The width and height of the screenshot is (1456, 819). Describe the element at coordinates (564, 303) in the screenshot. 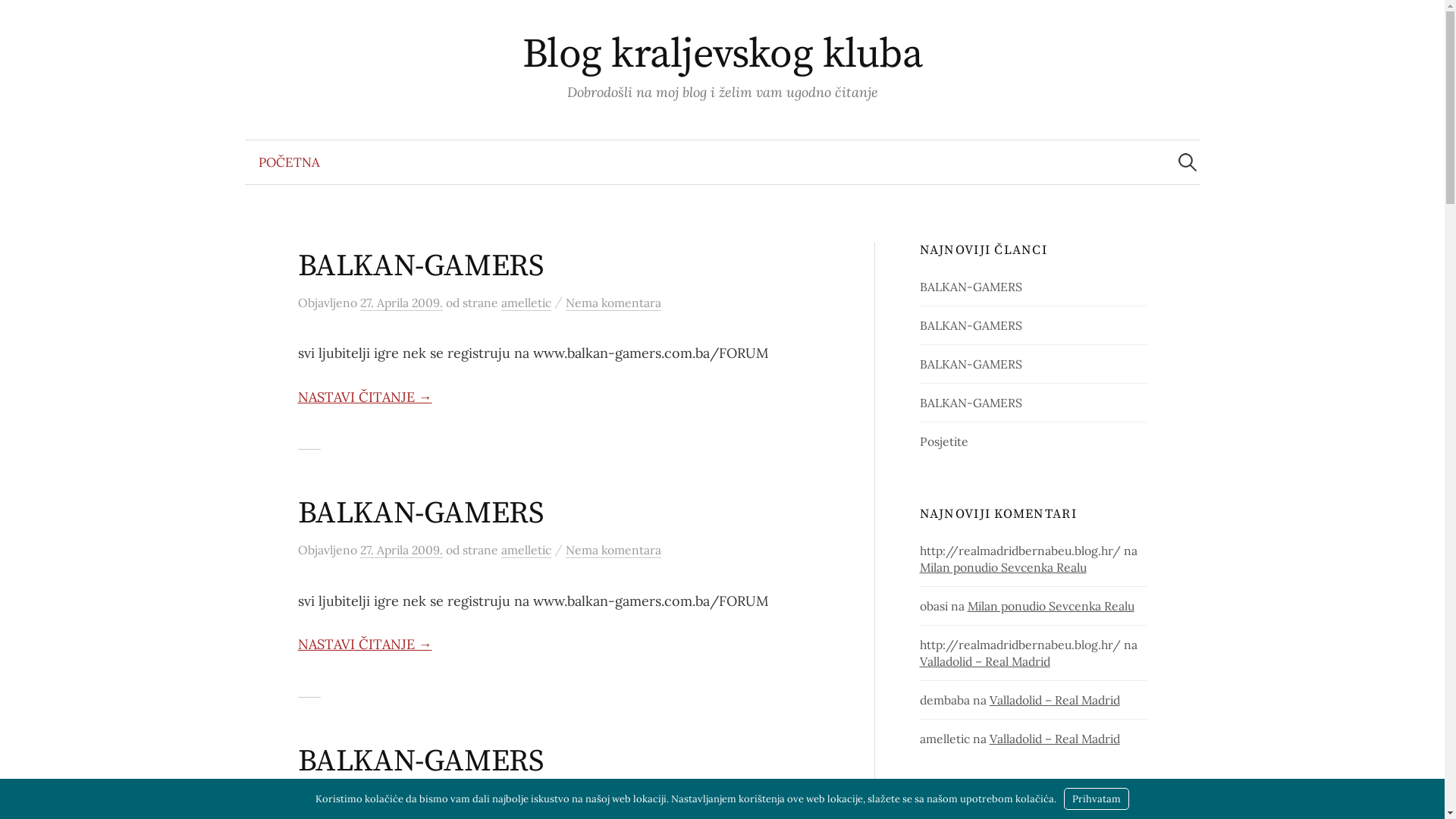

I see `'Nema komentara` at that location.